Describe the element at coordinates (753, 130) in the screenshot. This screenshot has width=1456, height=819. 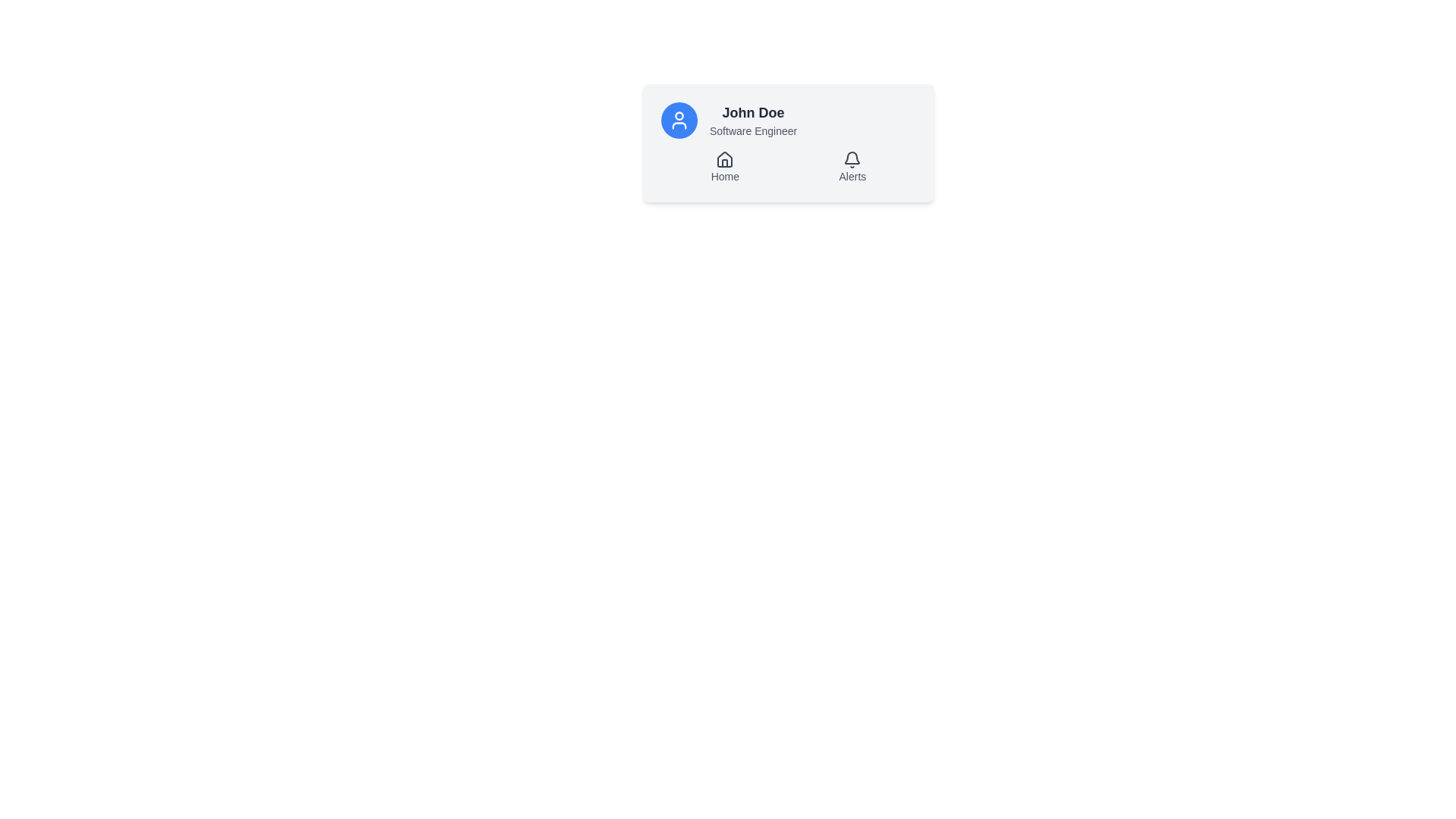
I see `the static text indicating the professional title of user 'John Doe', which is located below the name and centered horizontally under the profile picture` at that location.